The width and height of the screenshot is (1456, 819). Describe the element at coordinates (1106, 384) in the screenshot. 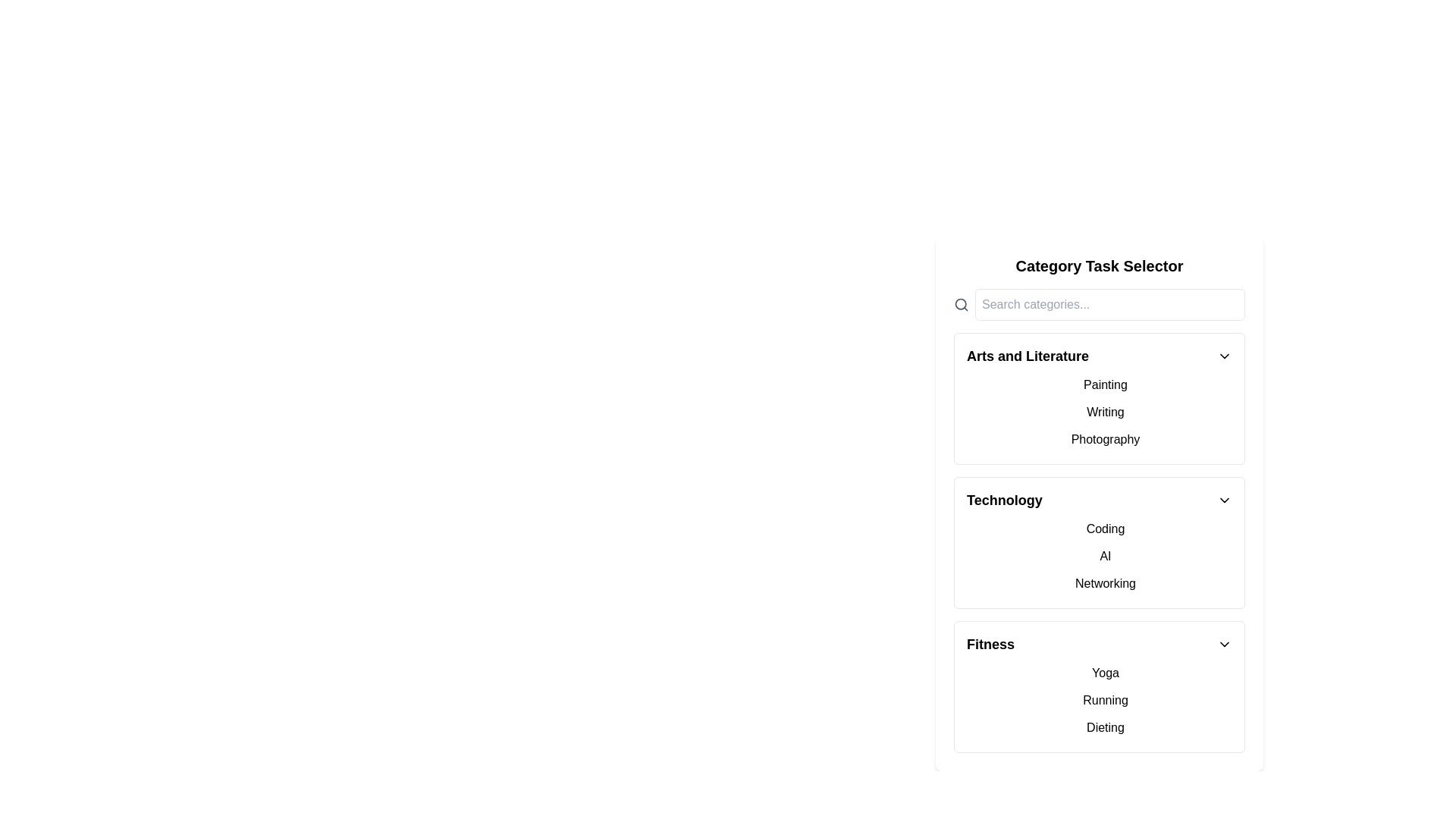

I see `the 'Painting' text link` at that location.